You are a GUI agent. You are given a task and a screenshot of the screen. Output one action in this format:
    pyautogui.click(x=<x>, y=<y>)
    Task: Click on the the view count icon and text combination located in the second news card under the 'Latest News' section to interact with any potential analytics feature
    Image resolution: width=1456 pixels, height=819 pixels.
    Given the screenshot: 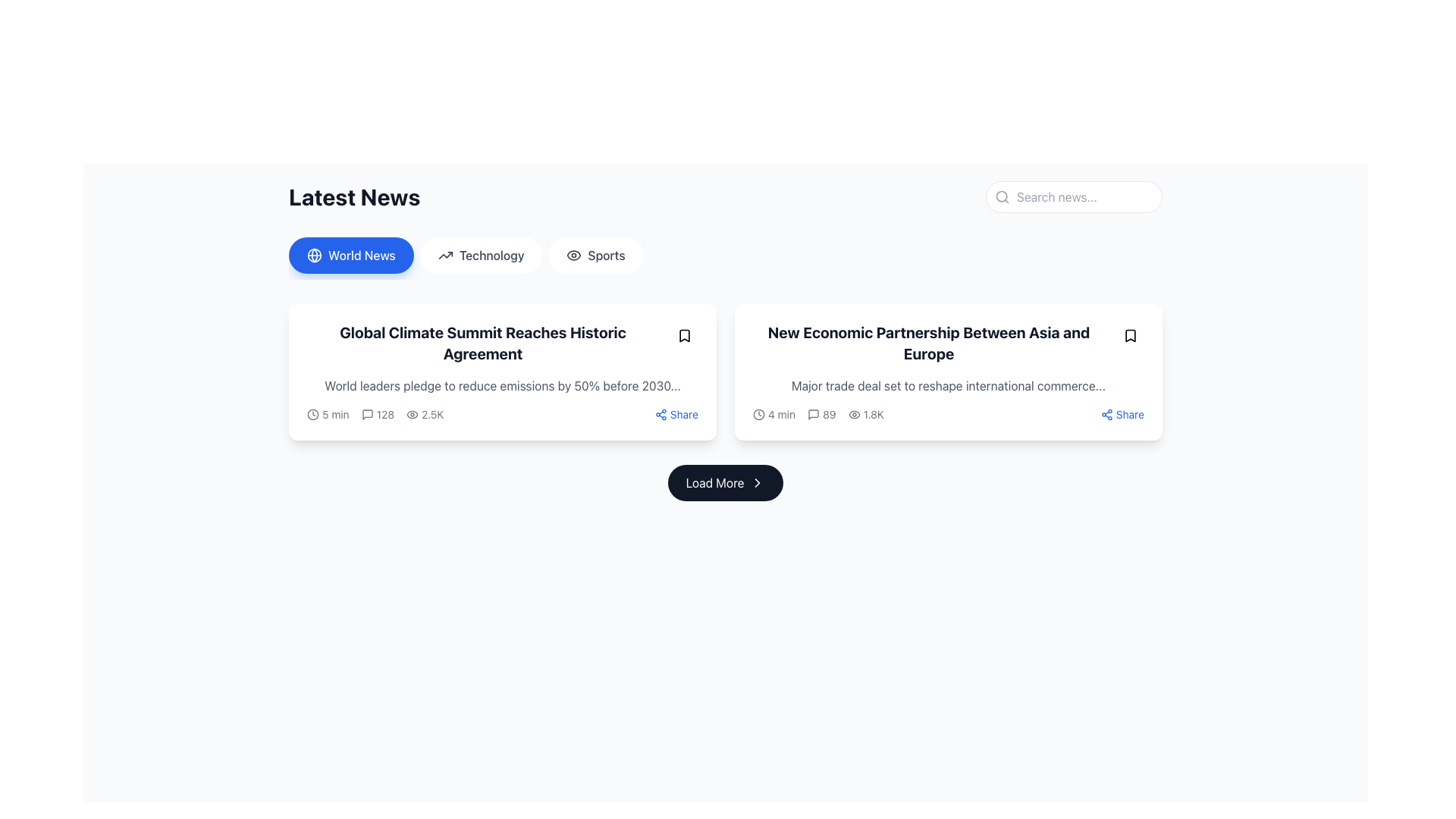 What is the action you would take?
    pyautogui.click(x=866, y=415)
    